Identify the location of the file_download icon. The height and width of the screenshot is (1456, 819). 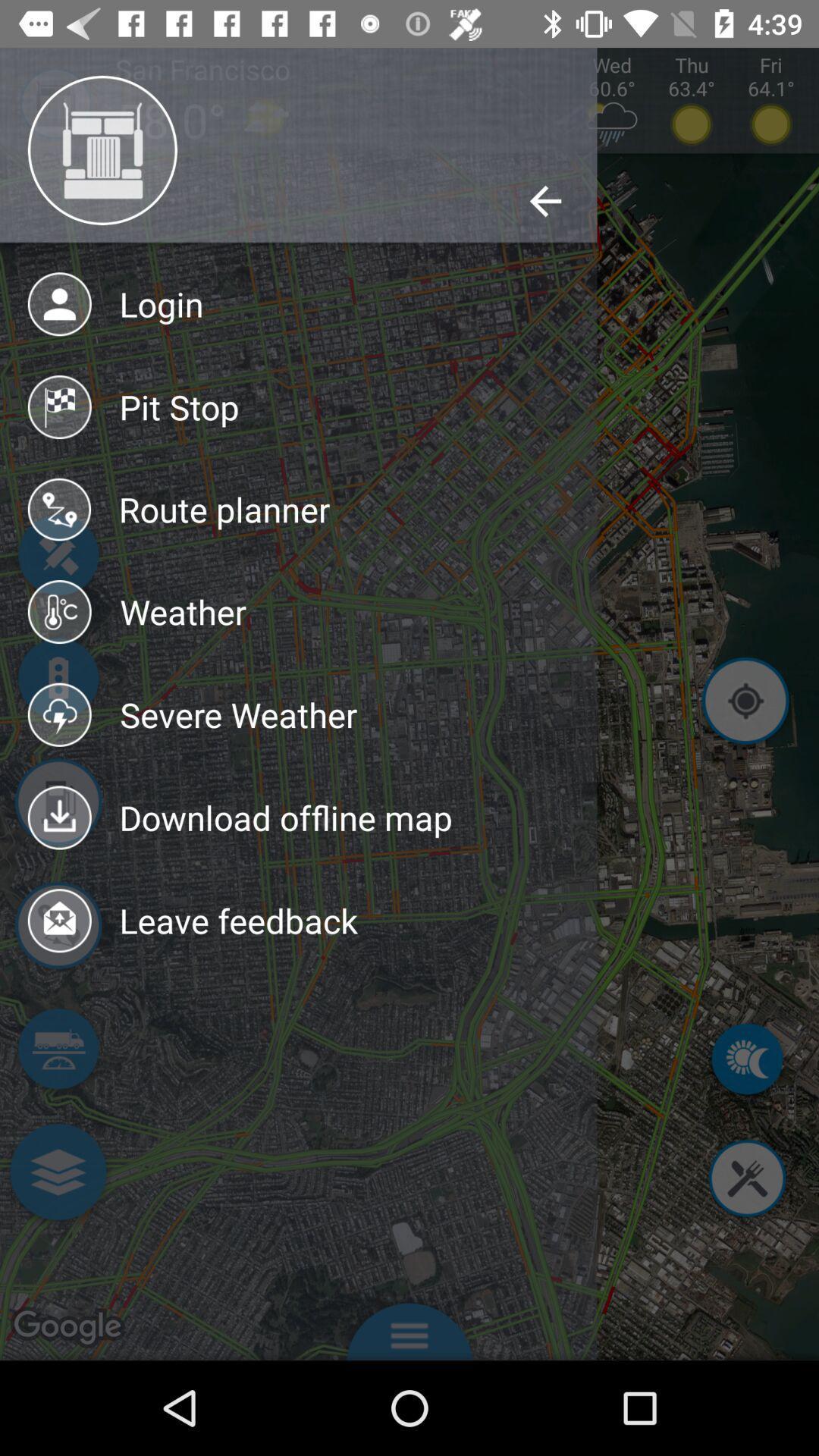
(57, 804).